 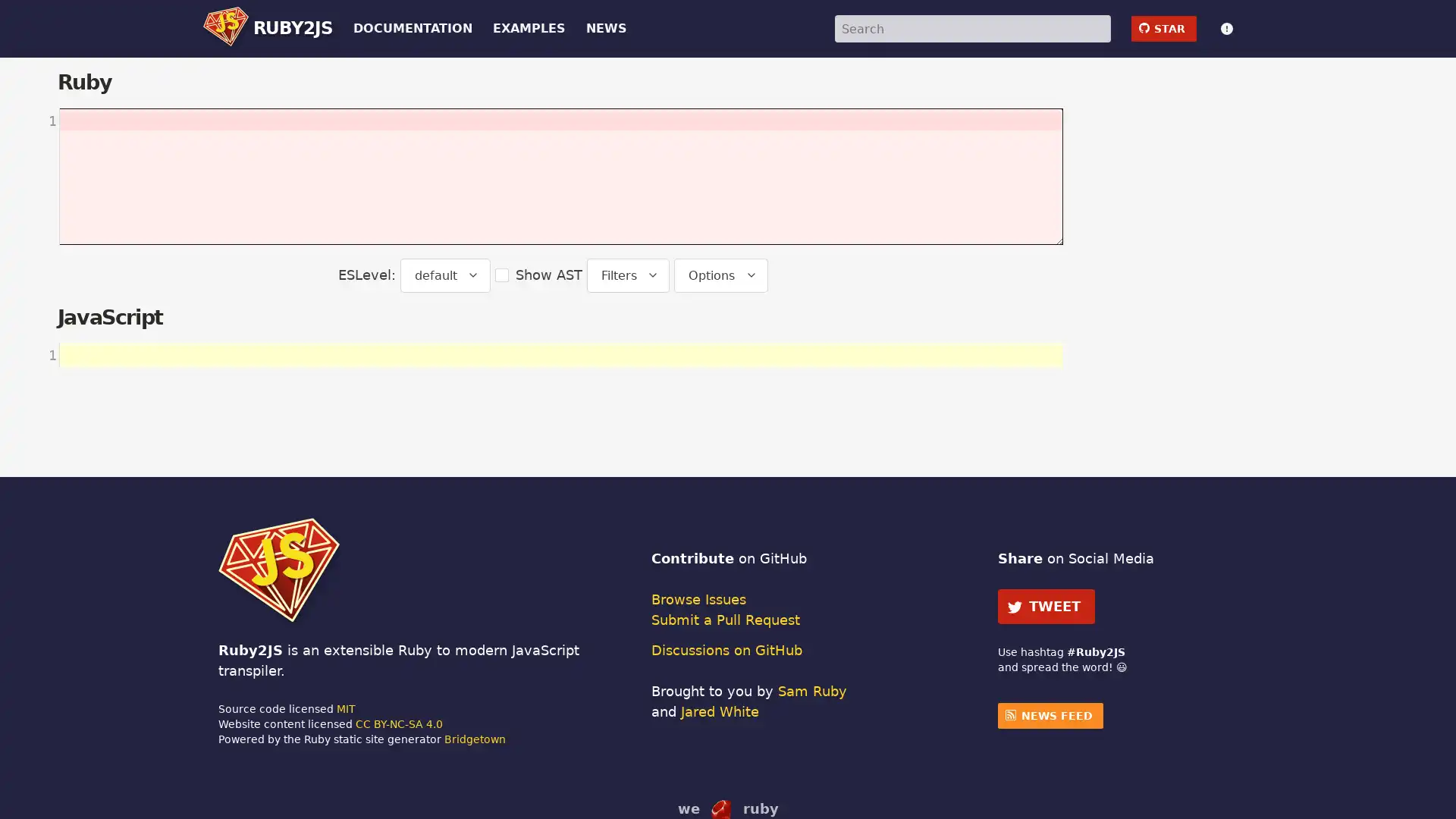 What do you see at coordinates (628, 275) in the screenshot?
I see `Filters` at bounding box center [628, 275].